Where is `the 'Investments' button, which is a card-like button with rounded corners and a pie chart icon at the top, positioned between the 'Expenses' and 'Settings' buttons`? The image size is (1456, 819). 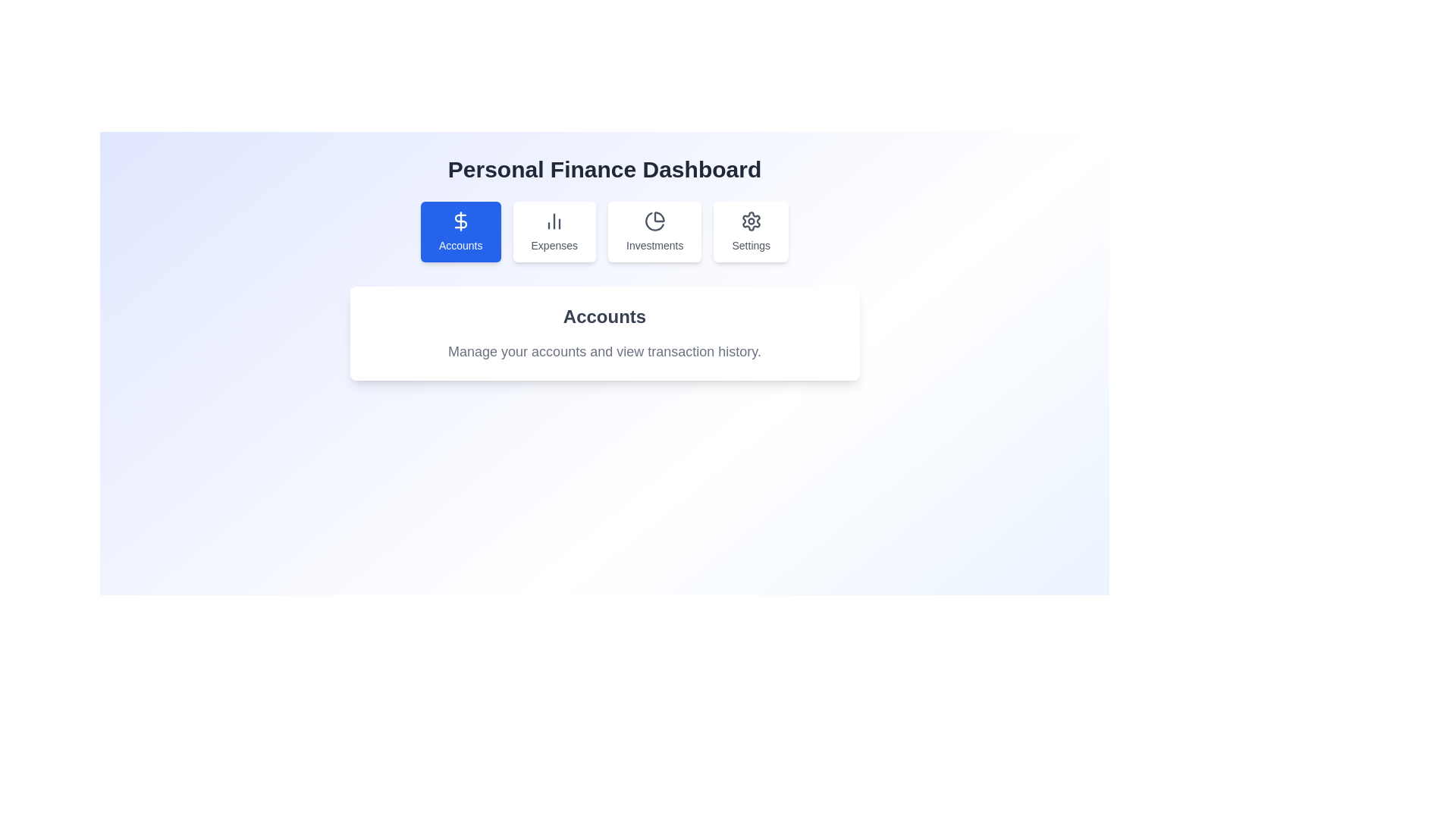
the 'Investments' button, which is a card-like button with rounded corners and a pie chart icon at the top, positioned between the 'Expenses' and 'Settings' buttons is located at coordinates (654, 231).